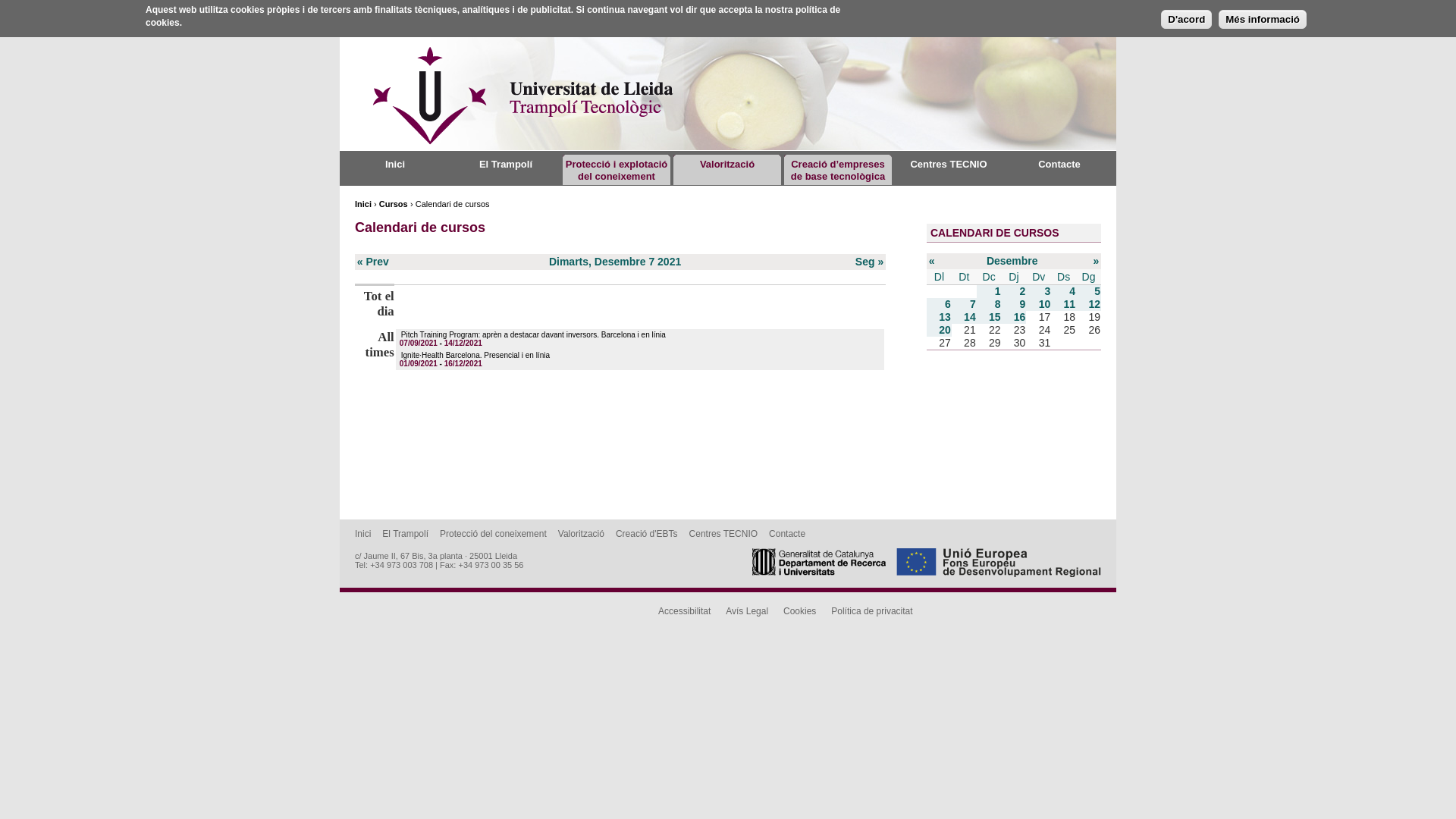  I want to click on 'Accessibilitat', so click(683, 610).